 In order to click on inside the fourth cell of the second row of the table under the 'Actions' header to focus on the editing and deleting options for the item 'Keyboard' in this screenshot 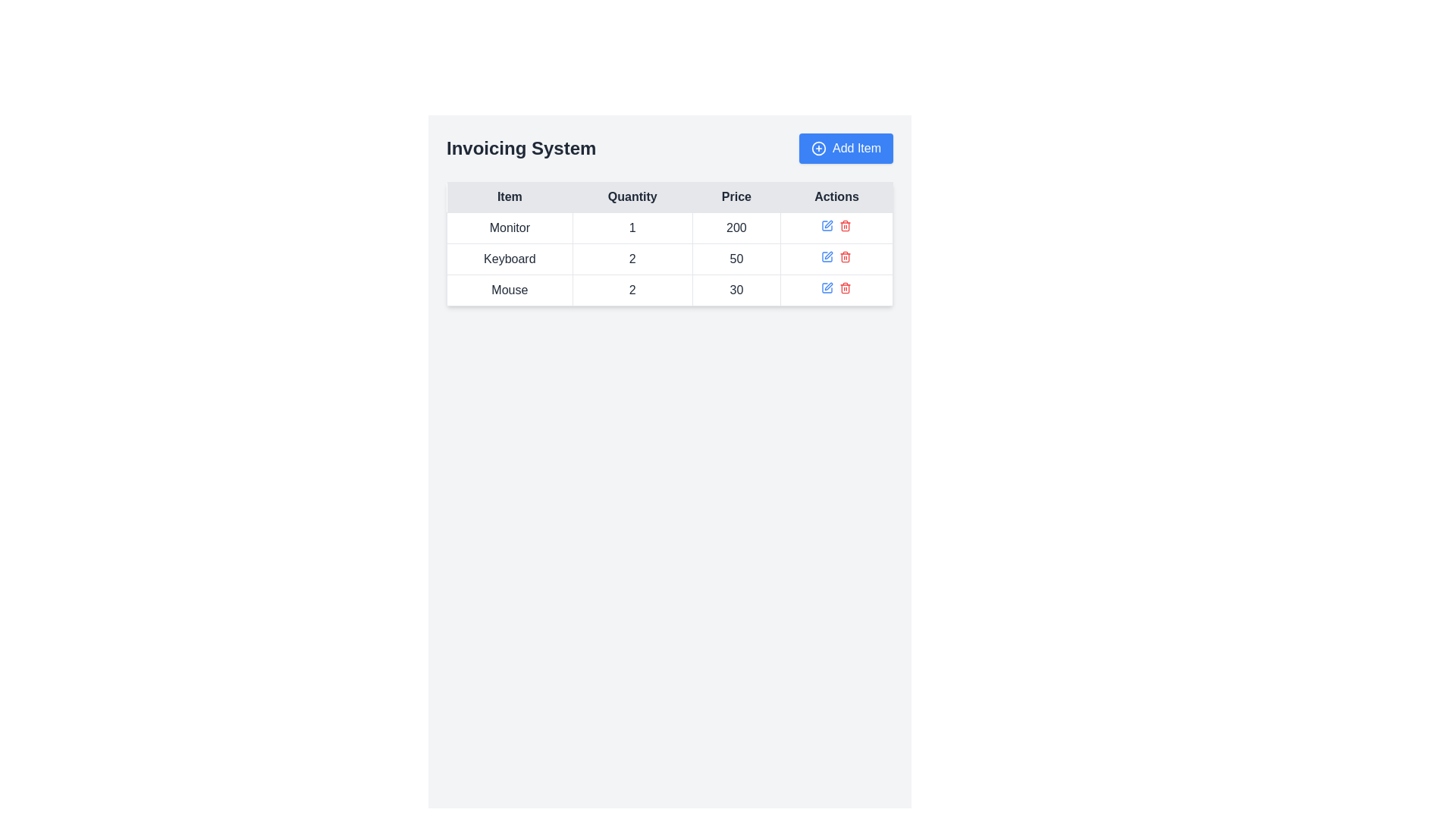, I will do `click(836, 259)`.